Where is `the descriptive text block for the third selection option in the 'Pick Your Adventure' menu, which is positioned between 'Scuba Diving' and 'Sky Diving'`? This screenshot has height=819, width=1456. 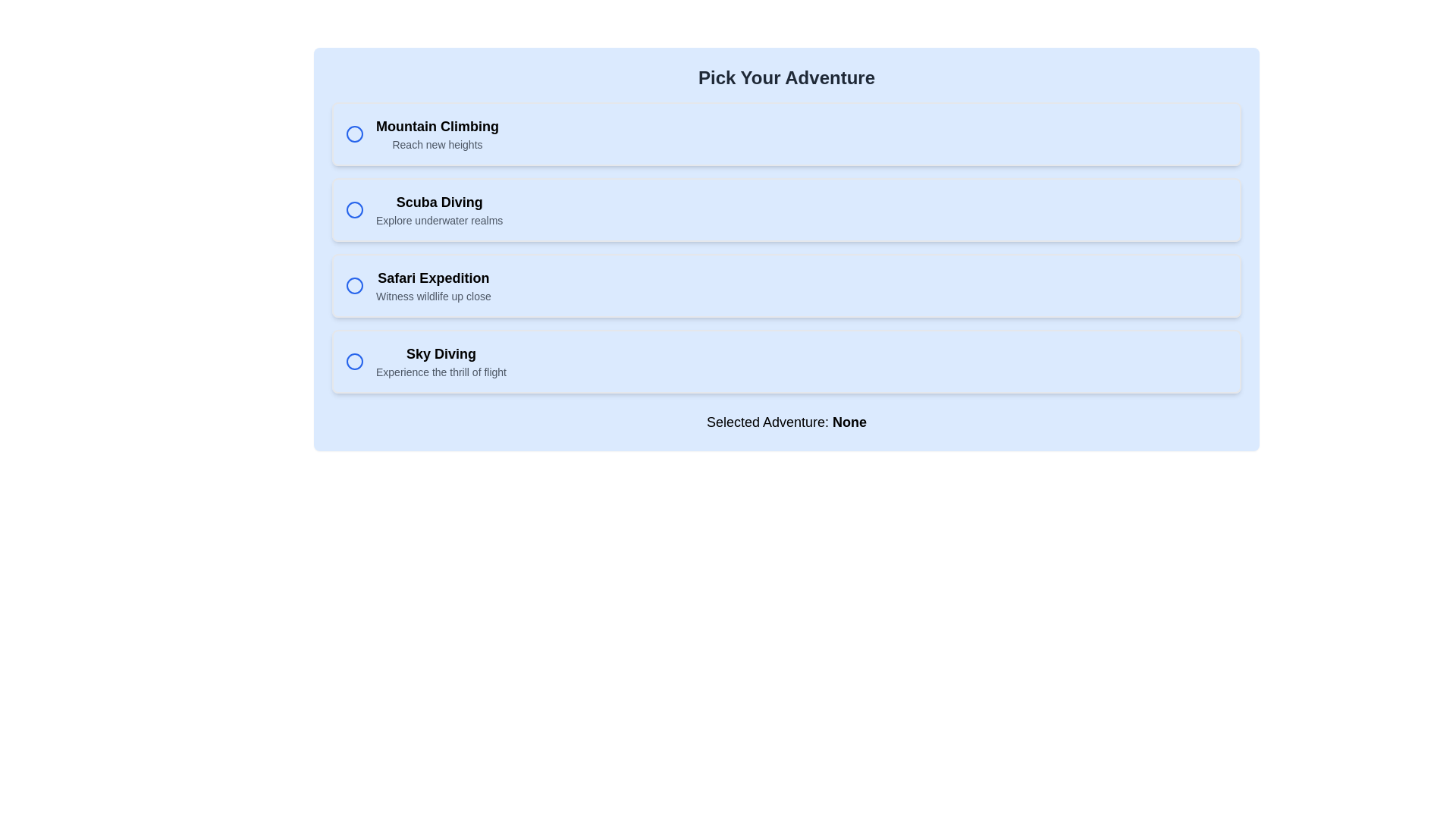 the descriptive text block for the third selection option in the 'Pick Your Adventure' menu, which is positioned between 'Scuba Diving' and 'Sky Diving' is located at coordinates (432, 286).